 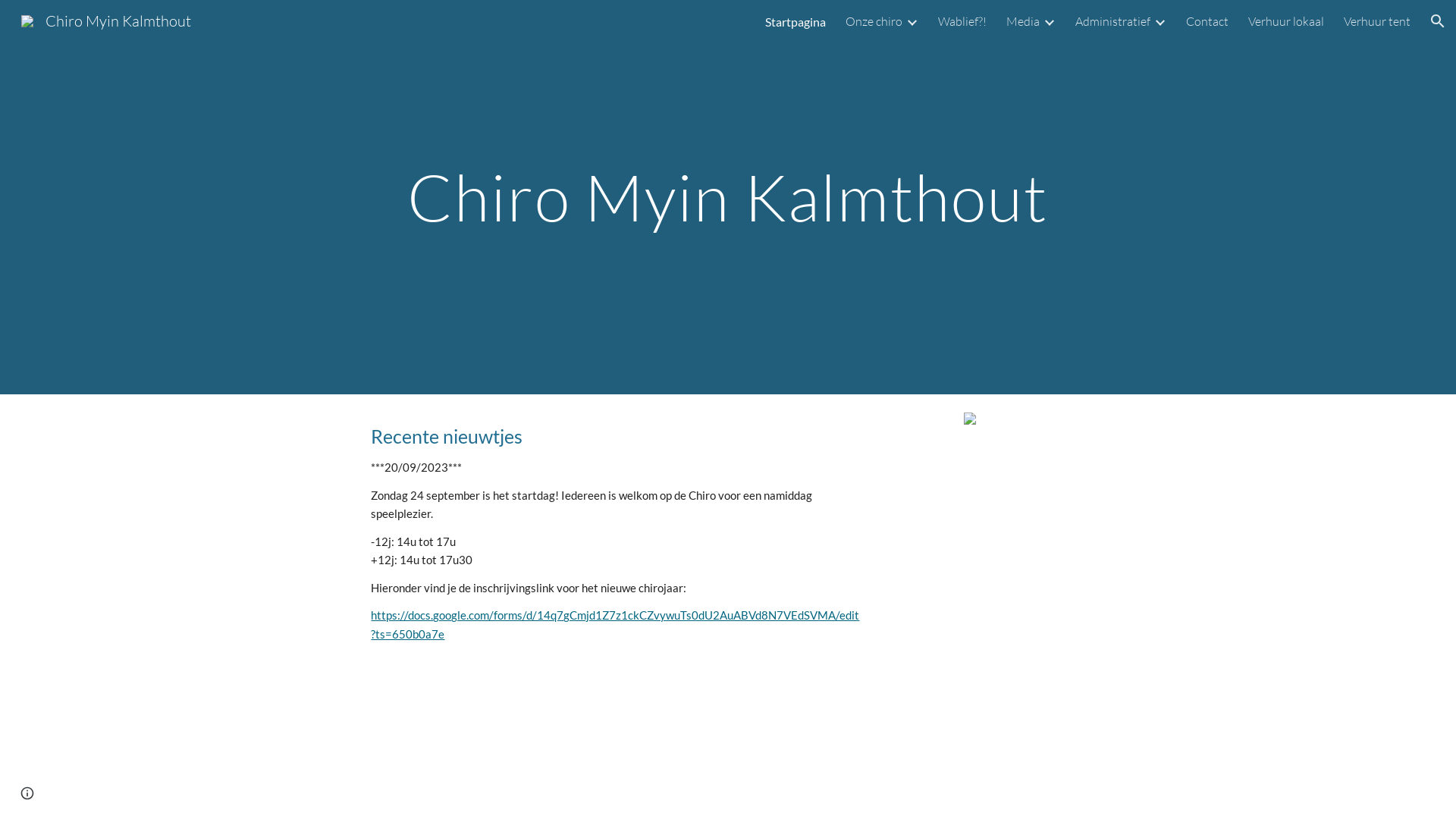 I want to click on 'Verhuur lokaal', so click(x=1285, y=20).